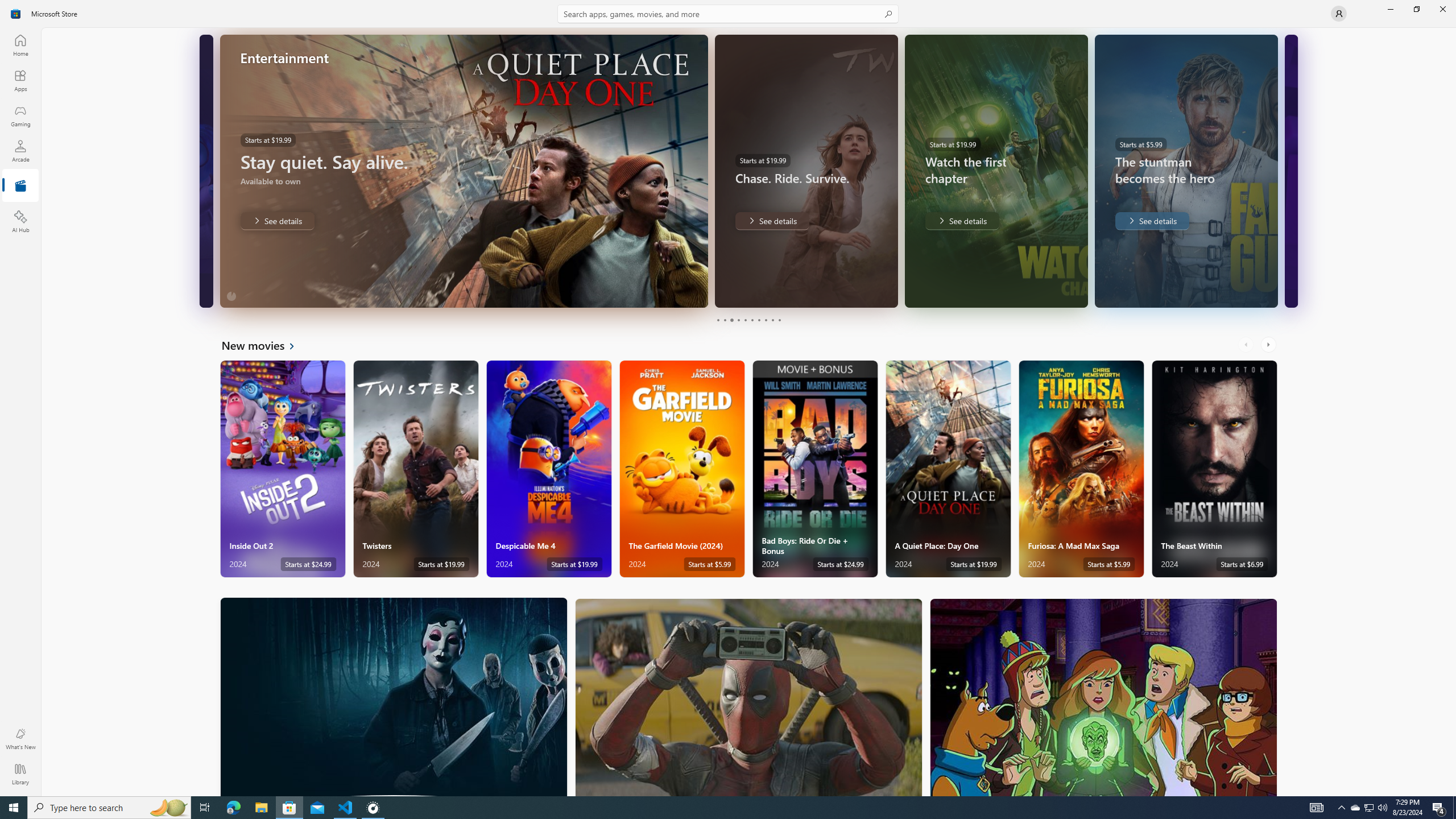  What do you see at coordinates (1269, 344) in the screenshot?
I see `'AutomationID: RightScrollButton'` at bounding box center [1269, 344].